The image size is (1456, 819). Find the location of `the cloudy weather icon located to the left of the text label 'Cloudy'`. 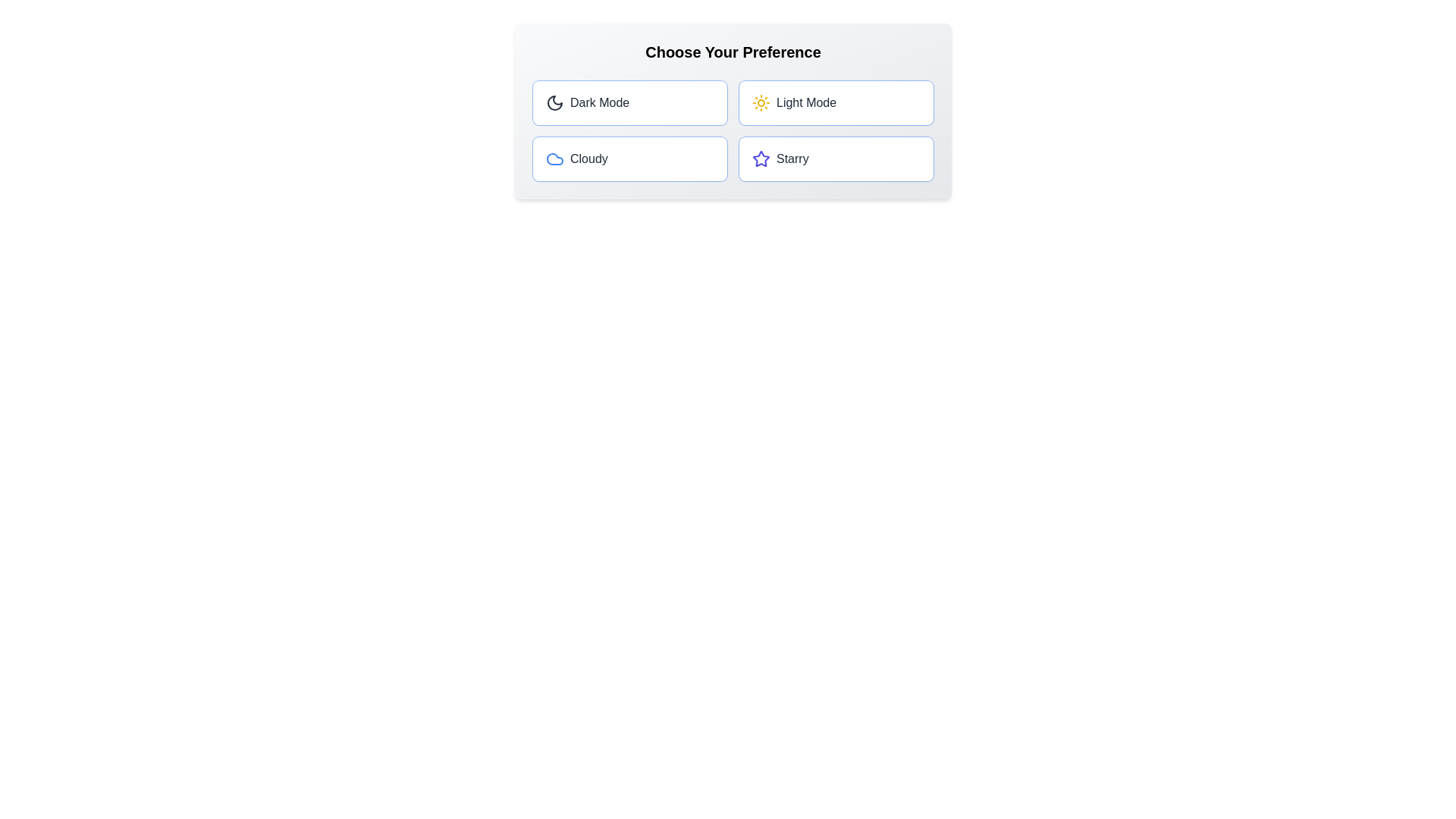

the cloudy weather icon located to the left of the text label 'Cloudy' is located at coordinates (554, 158).